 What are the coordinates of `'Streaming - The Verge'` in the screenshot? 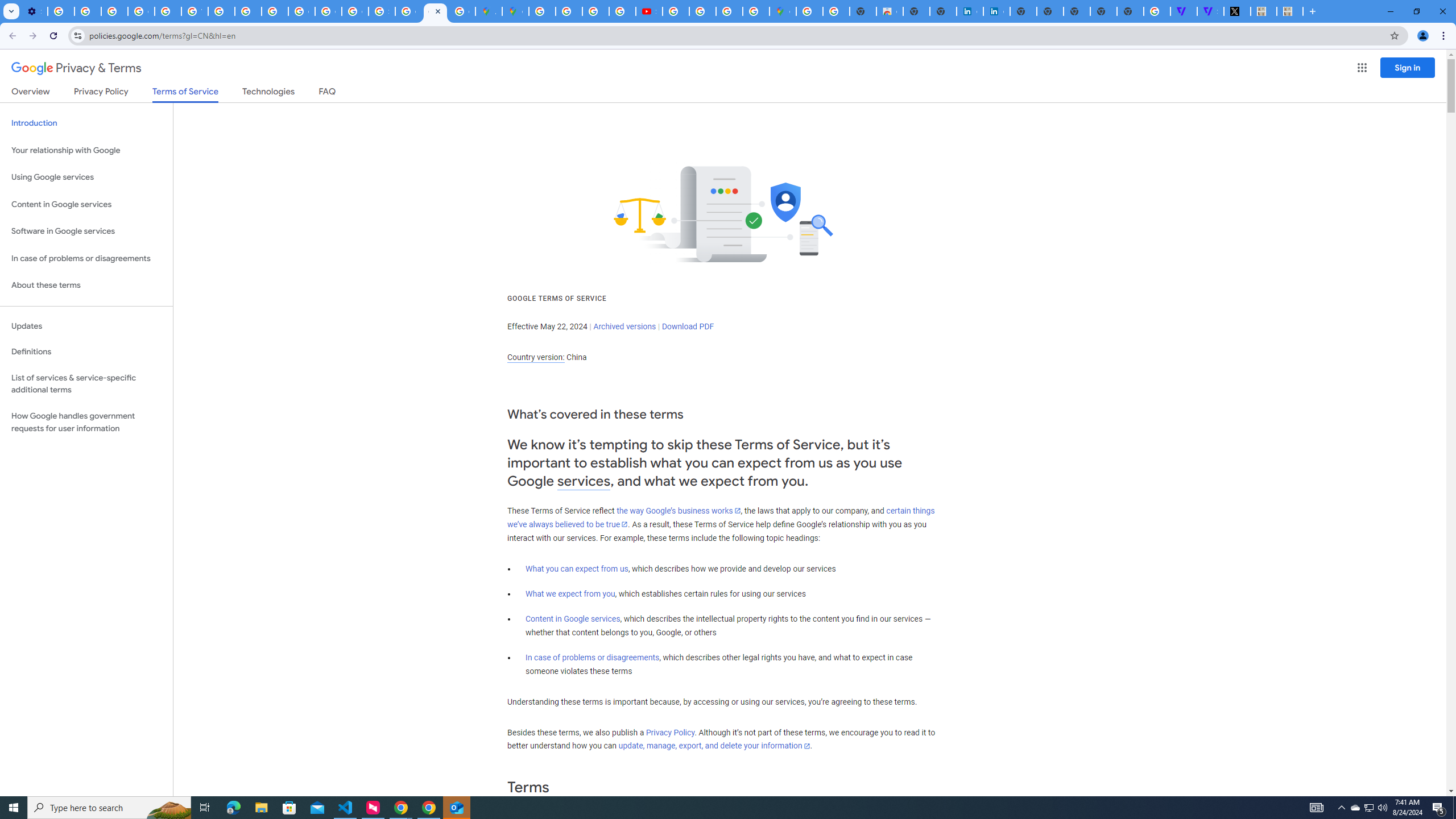 It's located at (1210, 11).